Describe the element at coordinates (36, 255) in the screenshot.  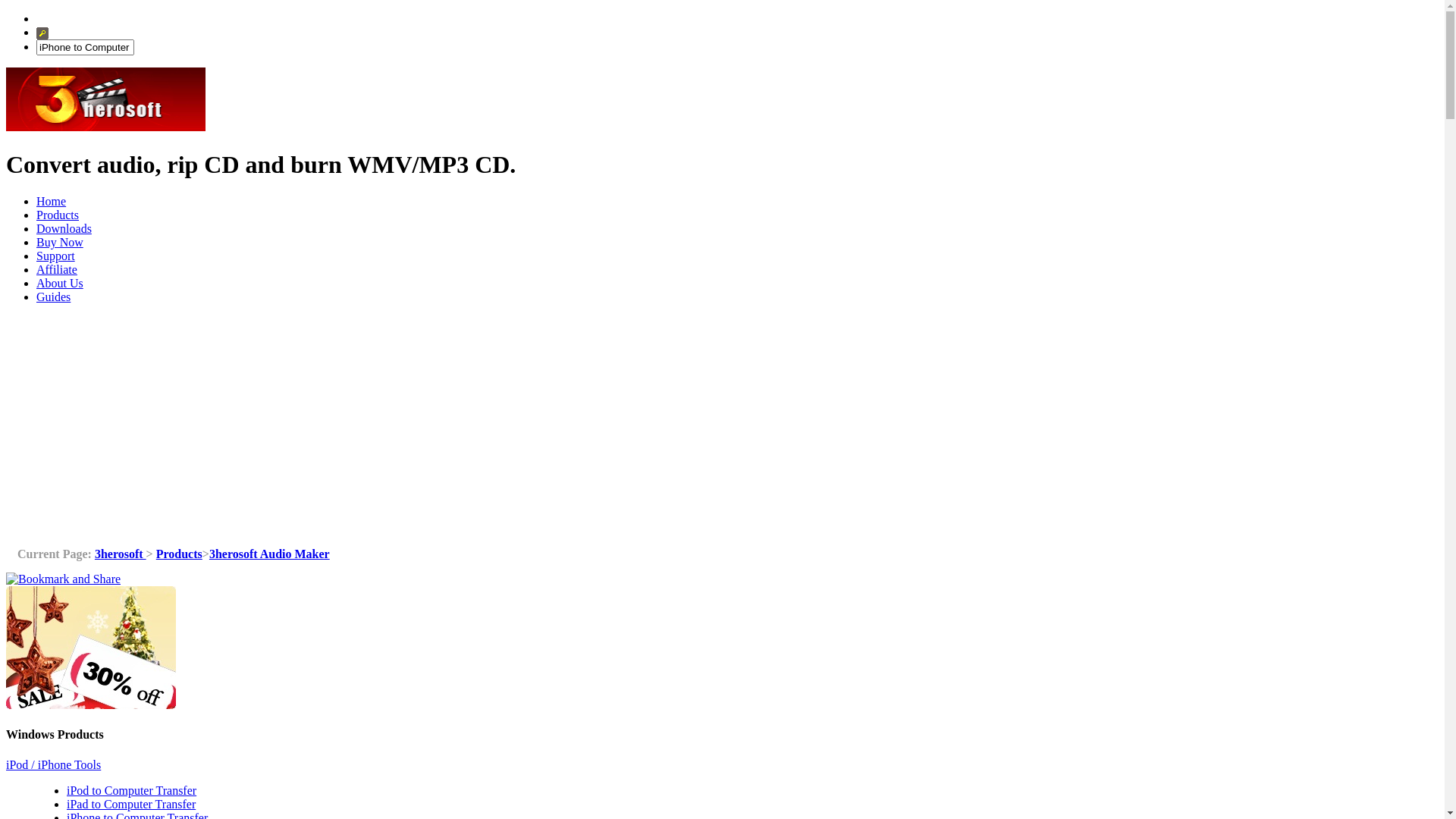
I see `'Support'` at that location.